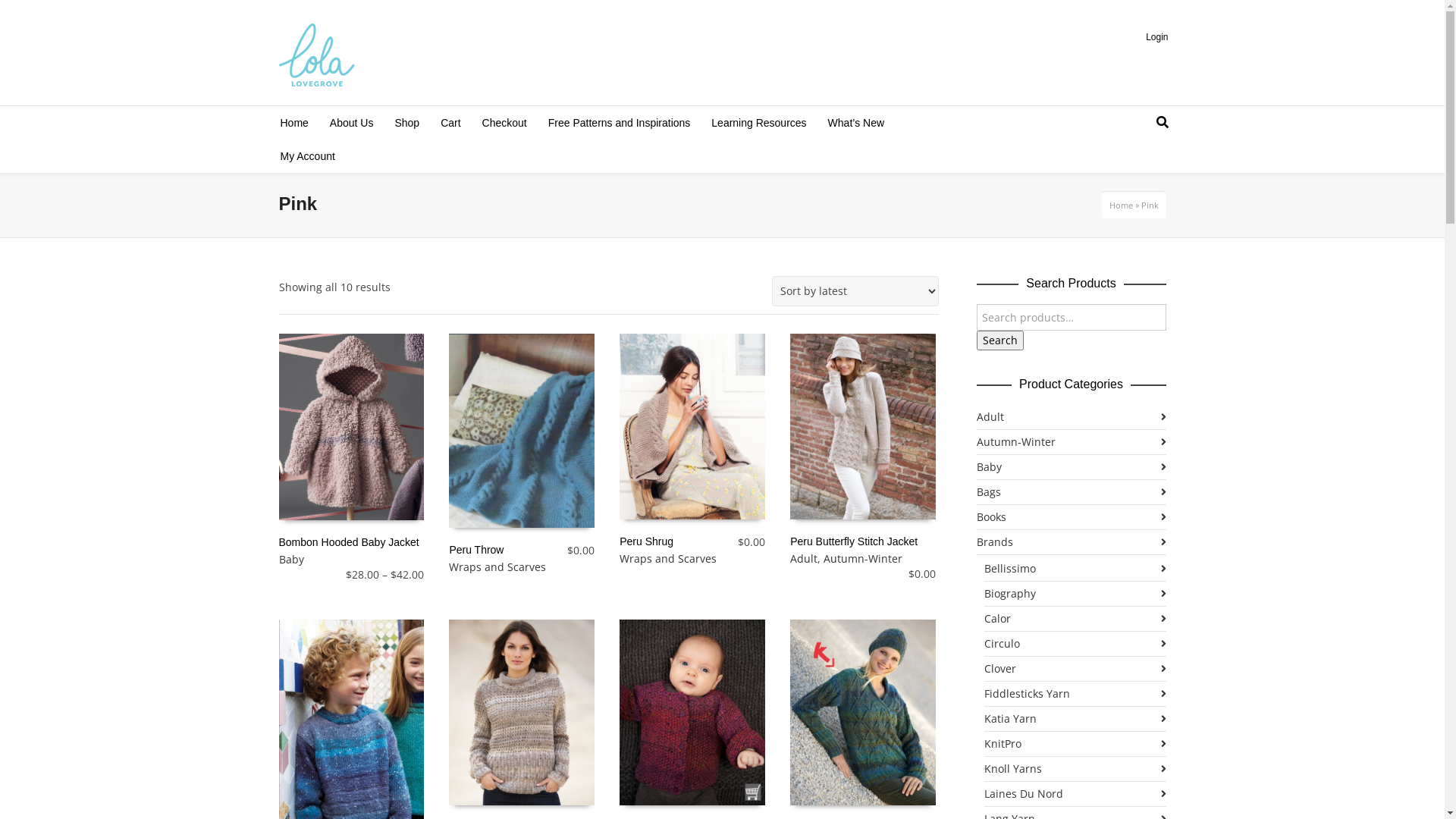 Image resolution: width=1456 pixels, height=819 pixels. Describe the element at coordinates (803, 558) in the screenshot. I see `'Adult'` at that location.